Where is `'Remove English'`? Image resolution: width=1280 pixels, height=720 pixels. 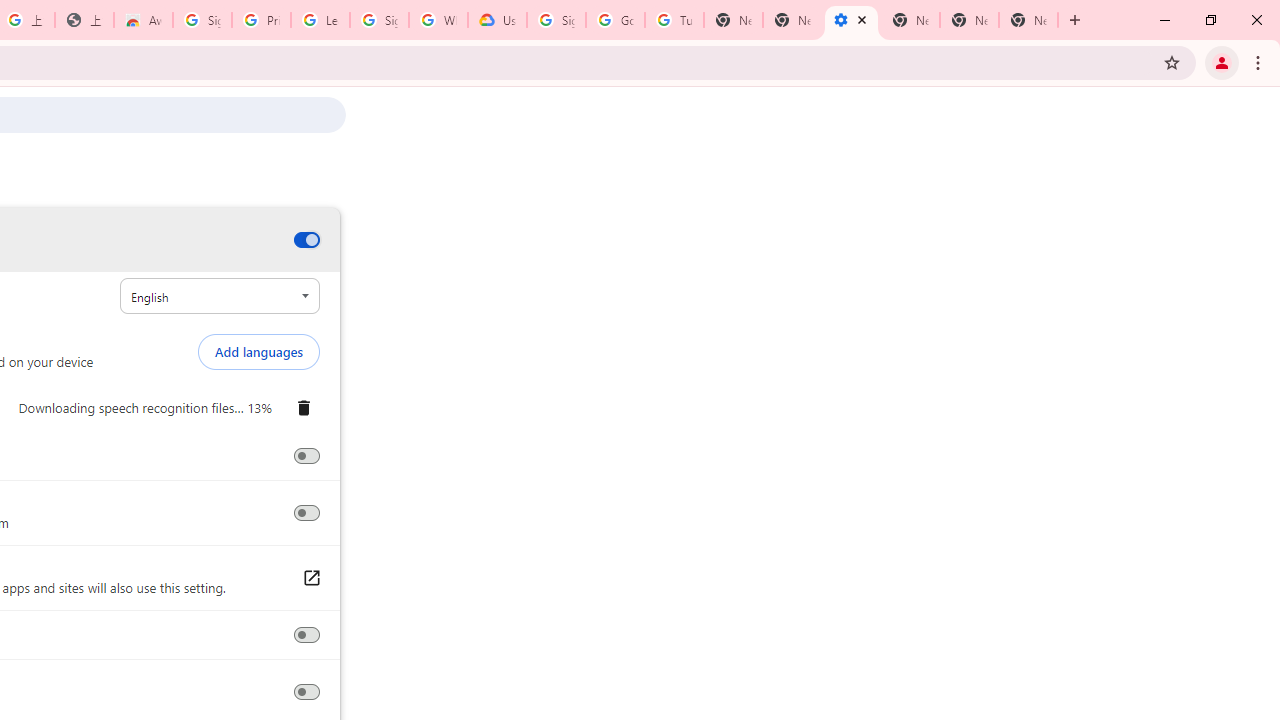
'Remove English' is located at coordinates (302, 407).